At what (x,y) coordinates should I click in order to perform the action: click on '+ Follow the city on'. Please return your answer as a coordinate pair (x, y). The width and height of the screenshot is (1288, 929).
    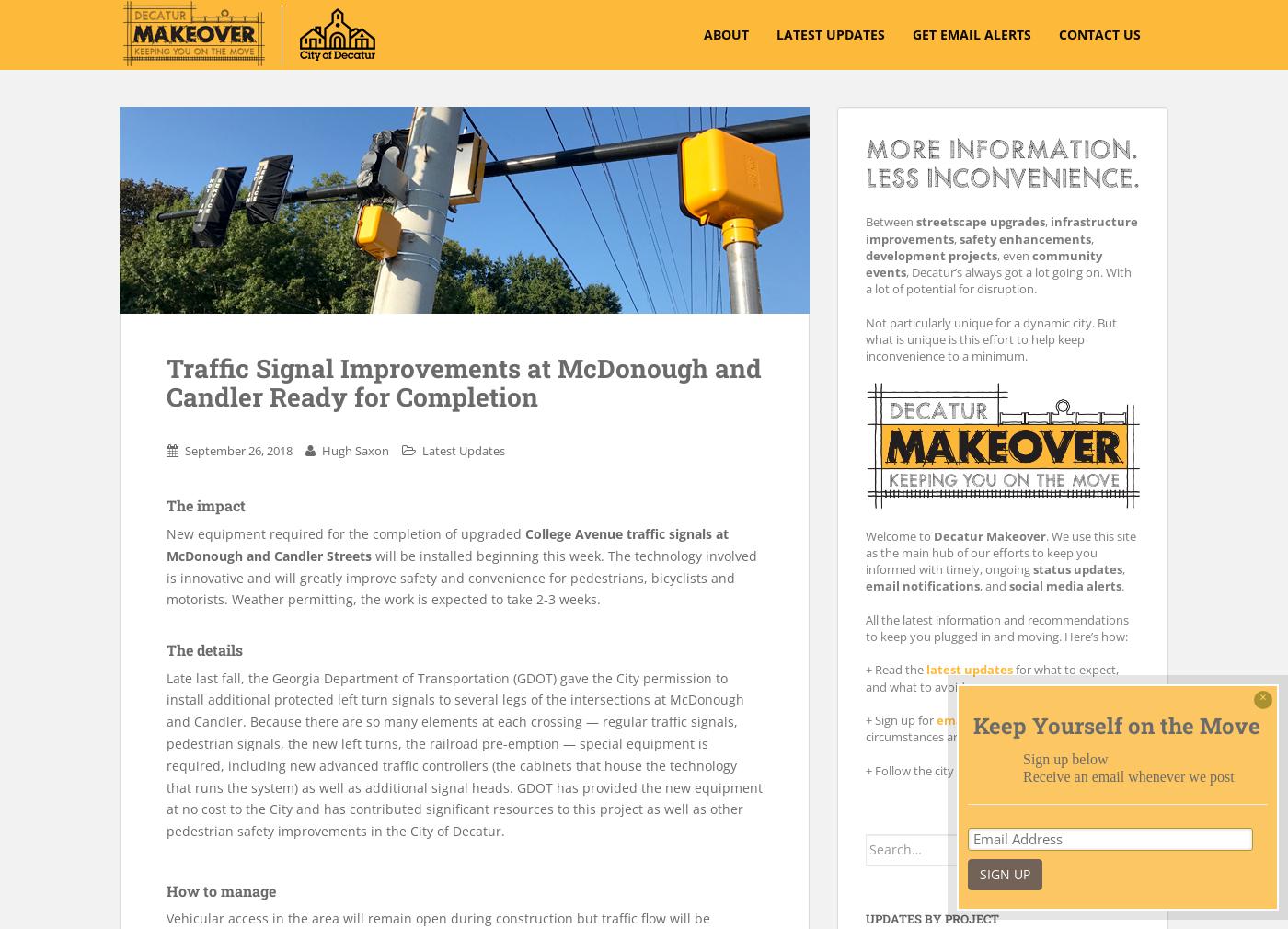
    Looking at the image, I should click on (920, 769).